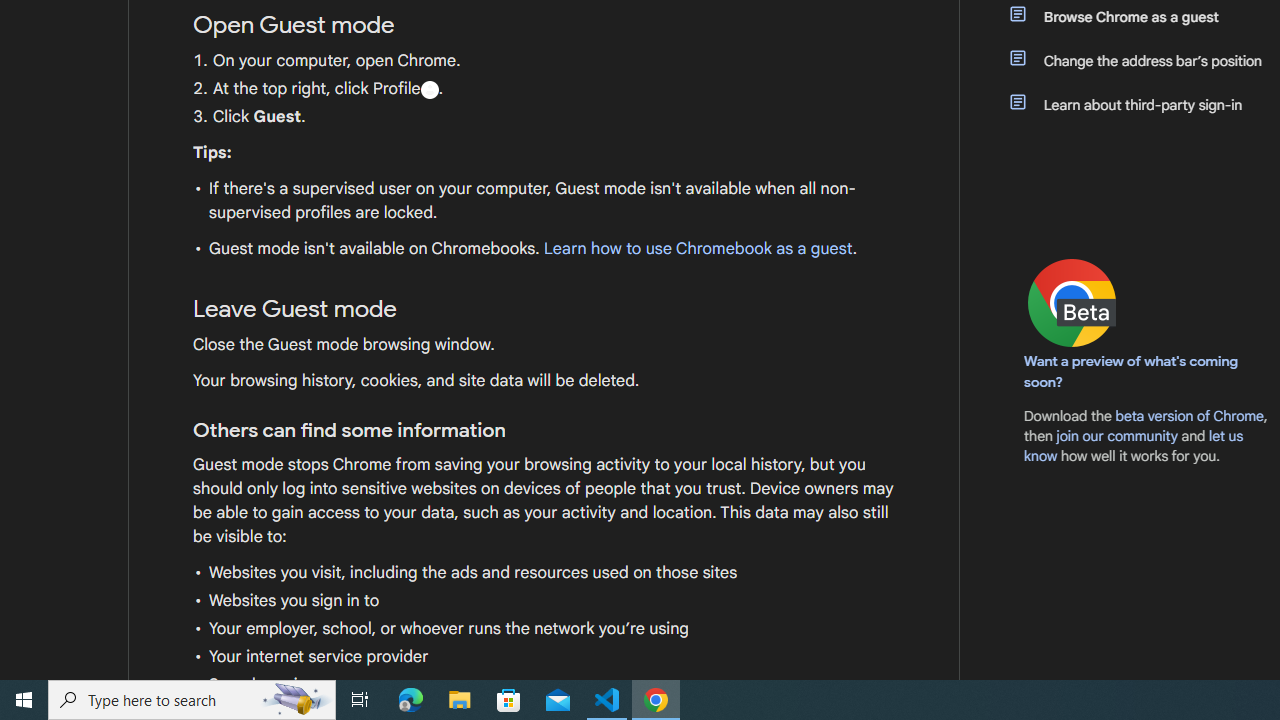 Image resolution: width=1280 pixels, height=720 pixels. I want to click on 'Chrome Beta logo', so click(1071, 303).